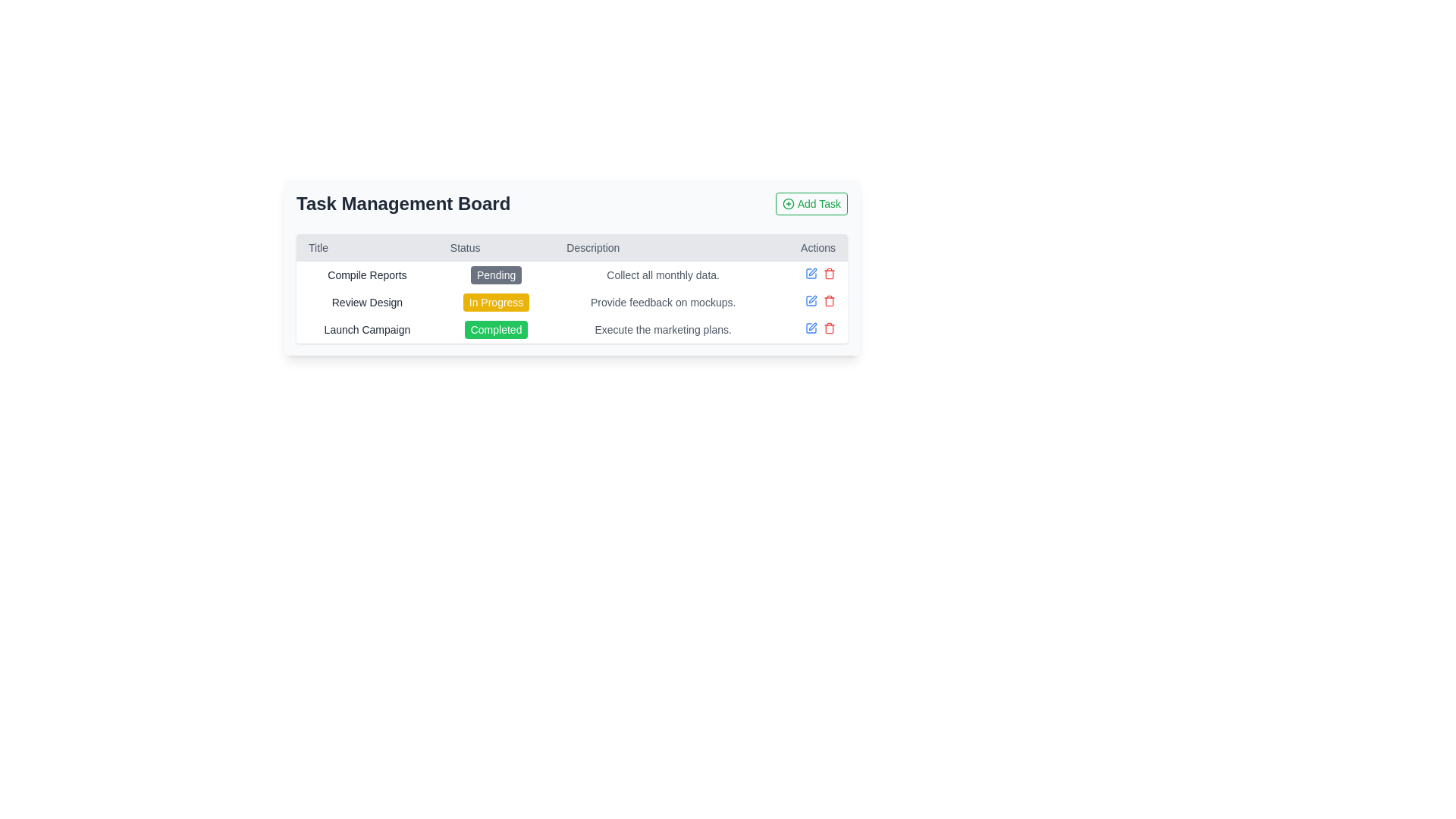  What do you see at coordinates (829, 327) in the screenshot?
I see `the delete button` at bounding box center [829, 327].